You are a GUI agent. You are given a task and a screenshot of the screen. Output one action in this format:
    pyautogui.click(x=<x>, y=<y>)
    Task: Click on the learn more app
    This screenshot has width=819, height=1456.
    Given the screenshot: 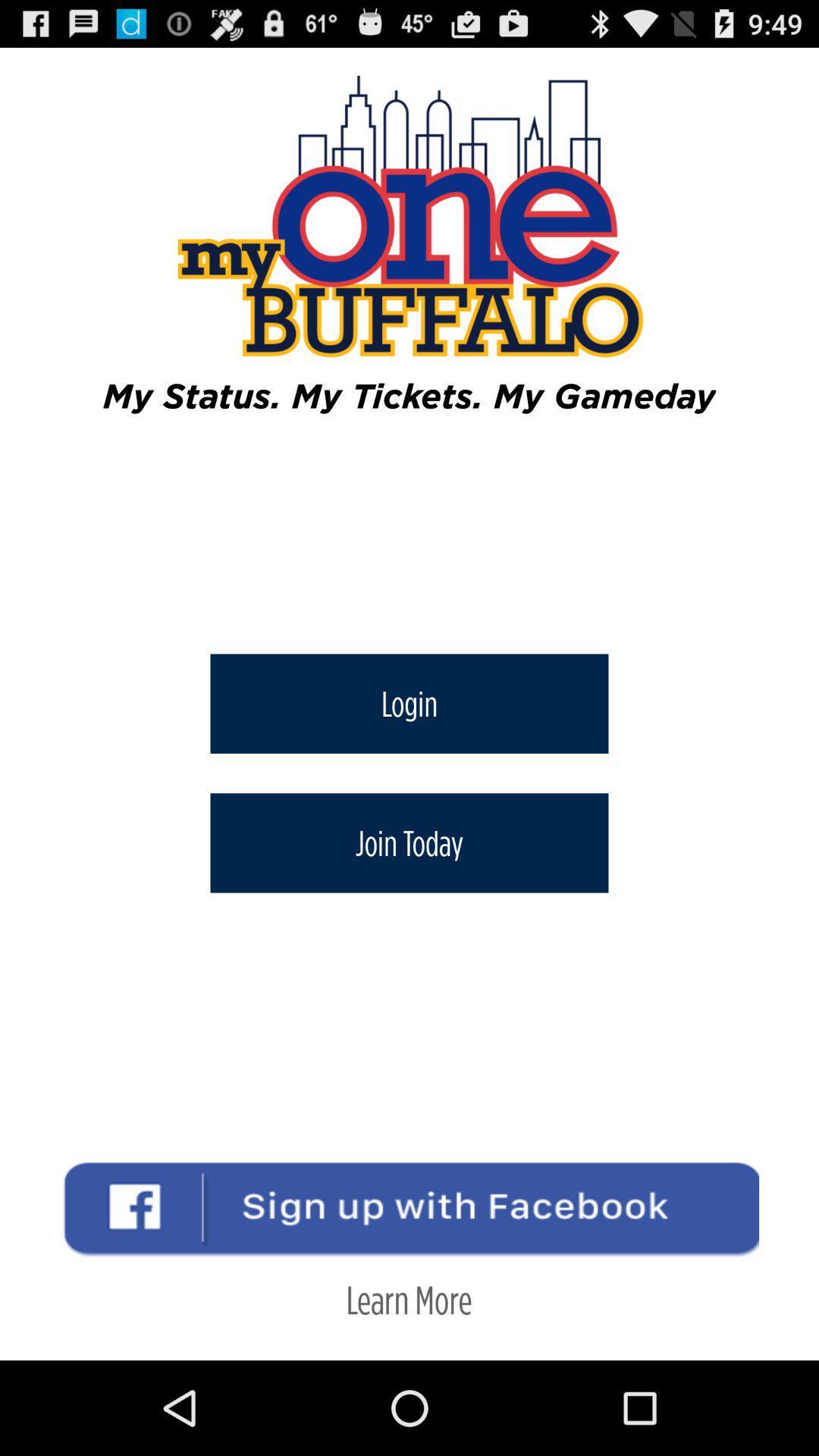 What is the action you would take?
    pyautogui.click(x=408, y=1298)
    